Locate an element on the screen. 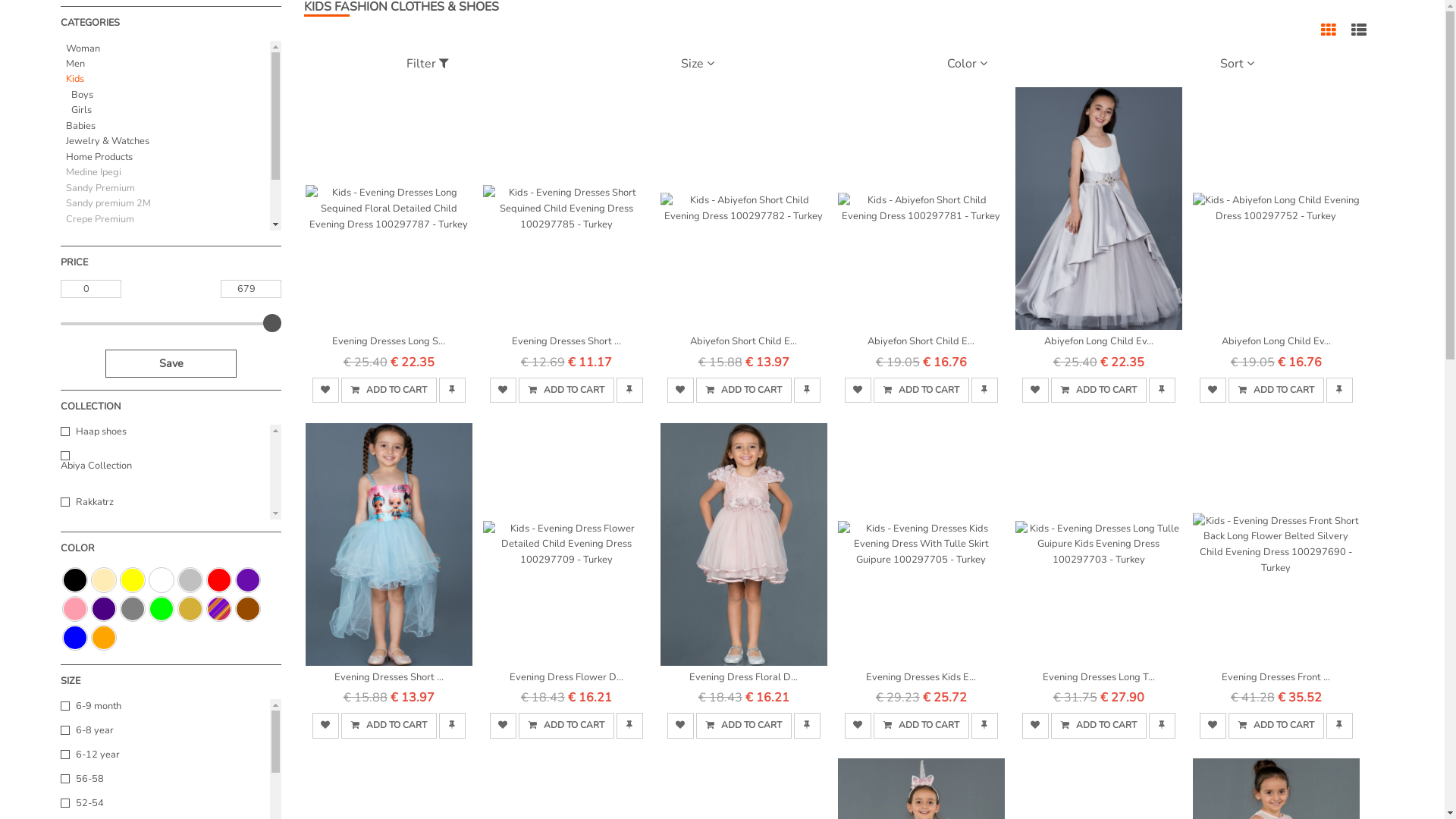  'Crepe Premium' is located at coordinates (98, 219).